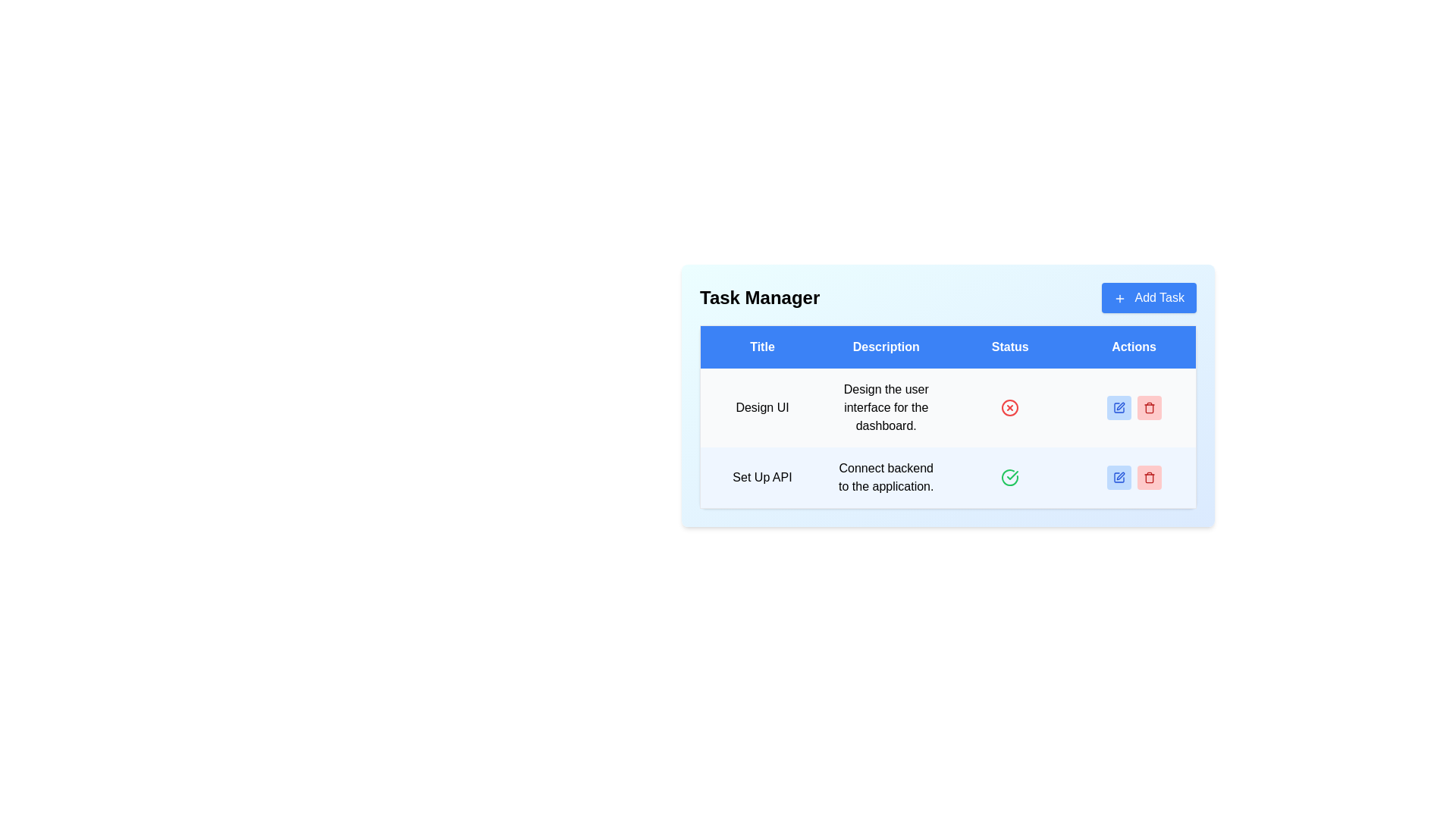 This screenshot has width=1456, height=819. I want to click on the header cell of the 'Title' column in the table, so click(762, 347).